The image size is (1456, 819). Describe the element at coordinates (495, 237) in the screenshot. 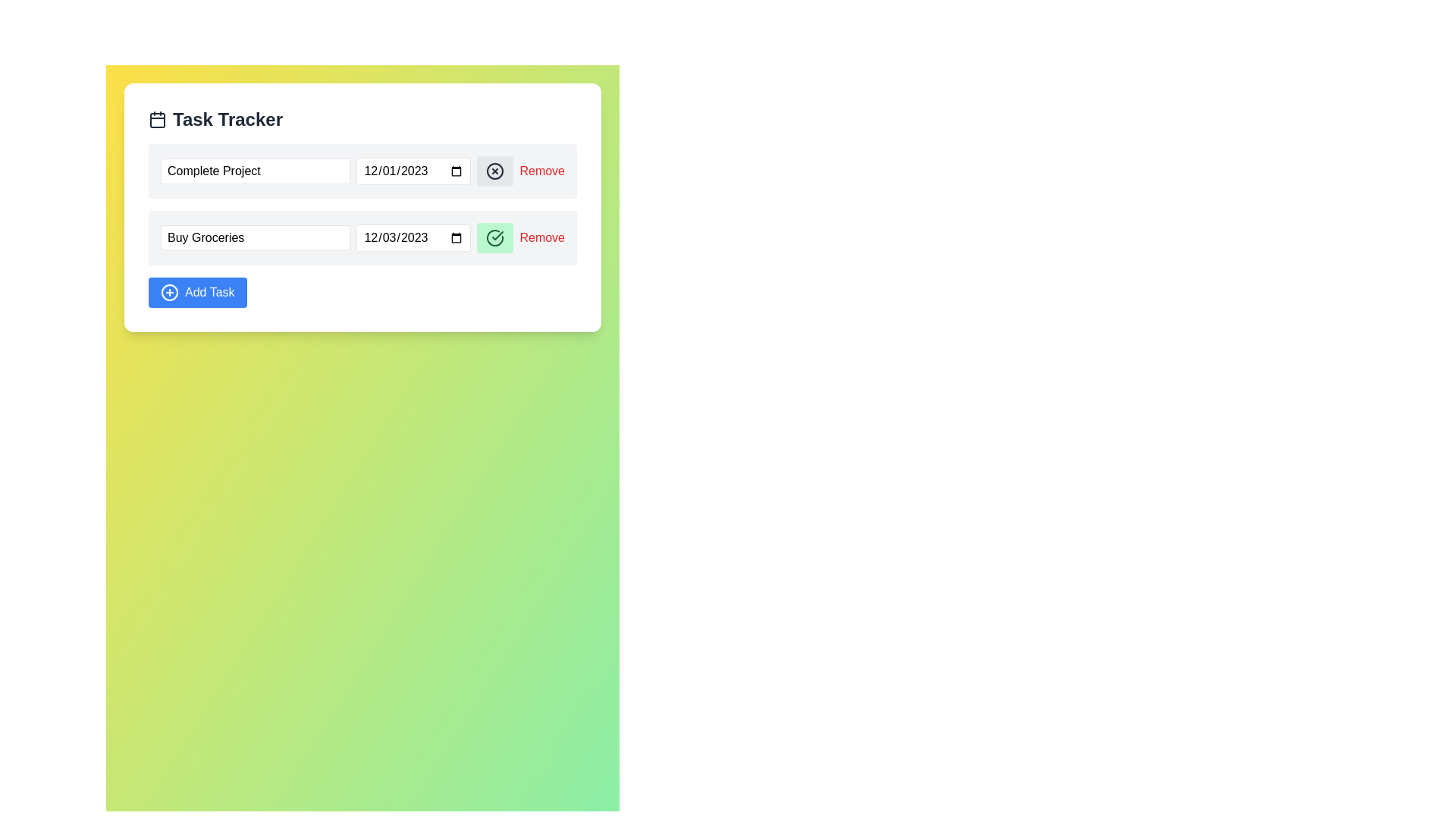

I see `the graphic icon that indicates the associated task is marked as completed, located in the second task row, to the right of the date and calendar icon and adjacent to the 'Remove' button` at that location.